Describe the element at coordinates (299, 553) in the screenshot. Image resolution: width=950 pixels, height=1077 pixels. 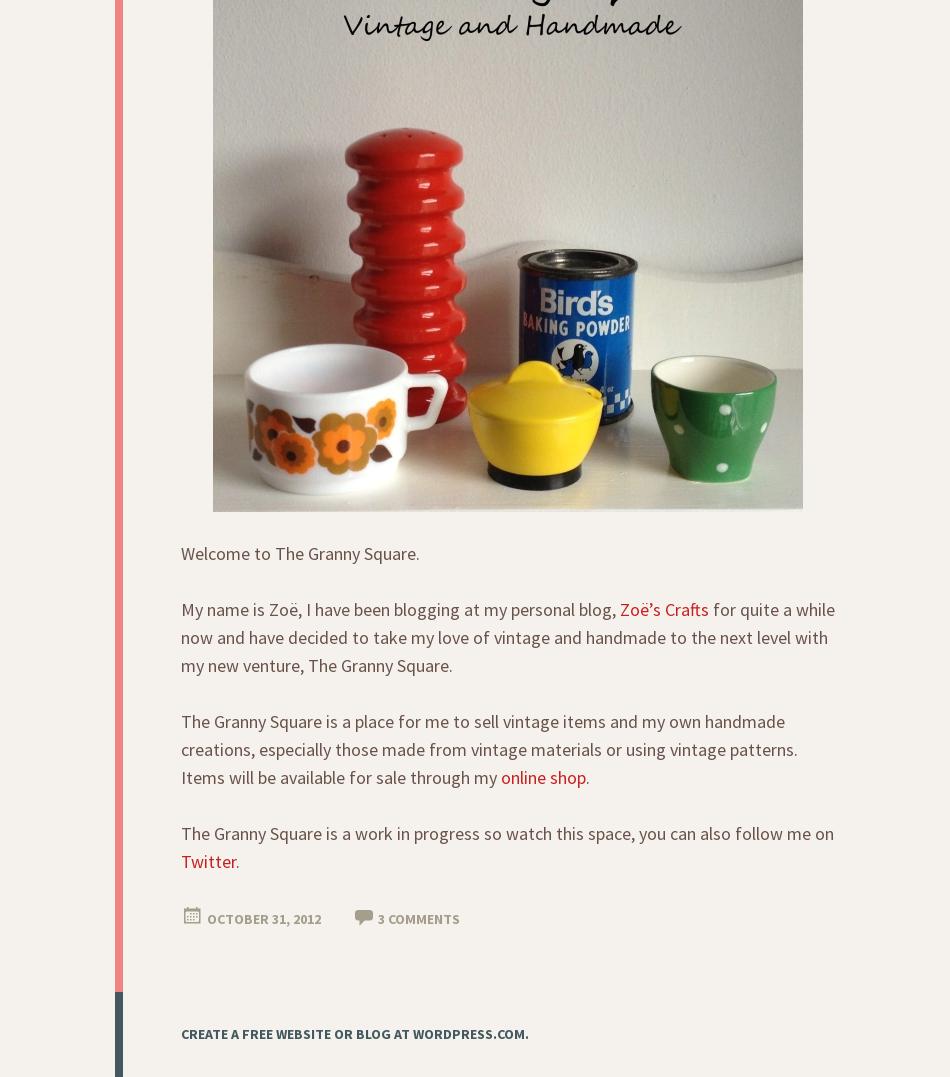
I see `'Welcome to The Granny Square.'` at that location.